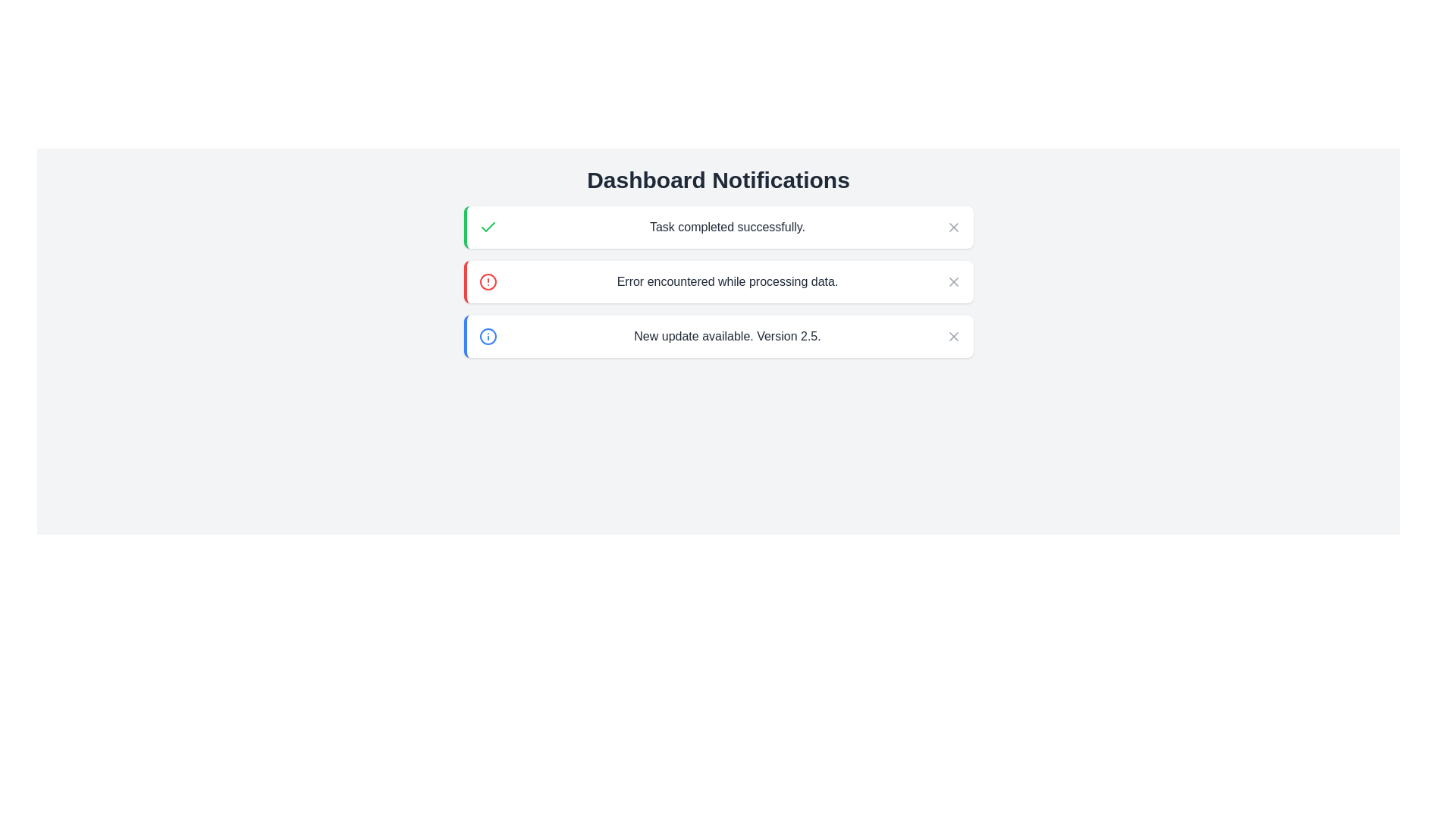 Image resolution: width=1456 pixels, height=819 pixels. What do you see at coordinates (488, 281) in the screenshot?
I see `the error icon located on the left side of the second notification box that indicates an error with the message 'Error encountered while processing data.'` at bounding box center [488, 281].